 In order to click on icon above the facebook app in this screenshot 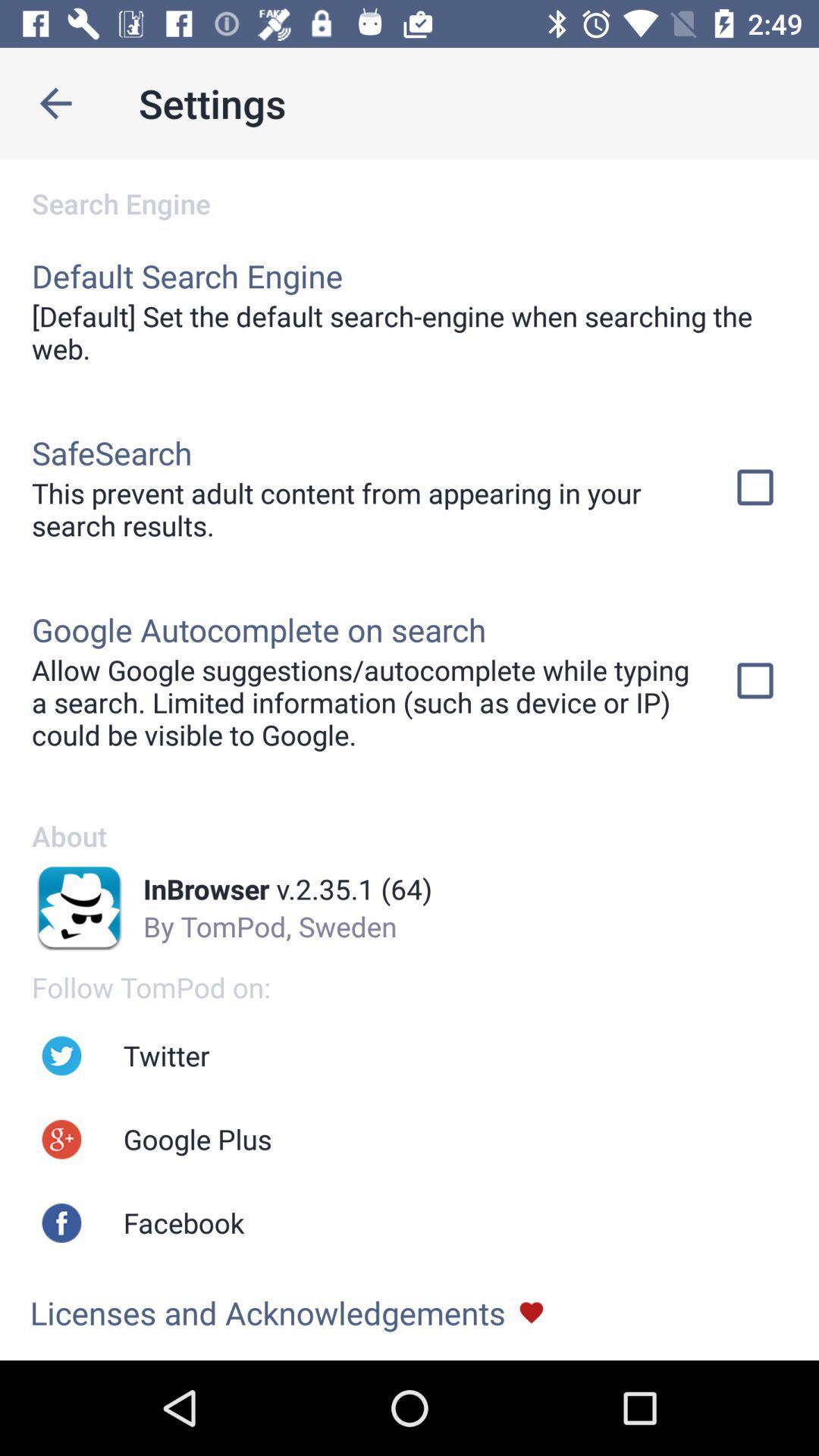, I will do `click(196, 1139)`.